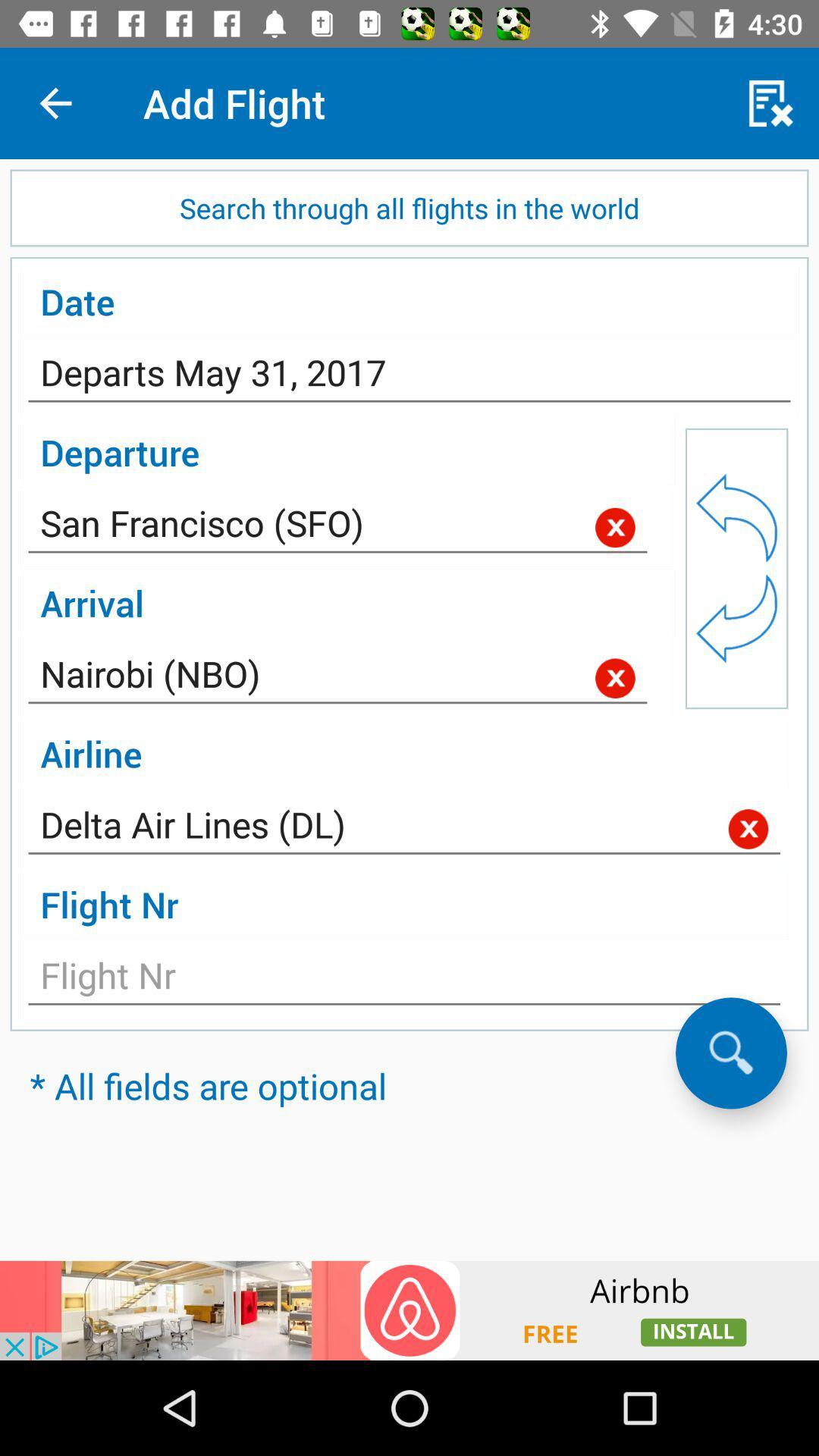 The width and height of the screenshot is (819, 1456). I want to click on the search icon, so click(730, 1052).